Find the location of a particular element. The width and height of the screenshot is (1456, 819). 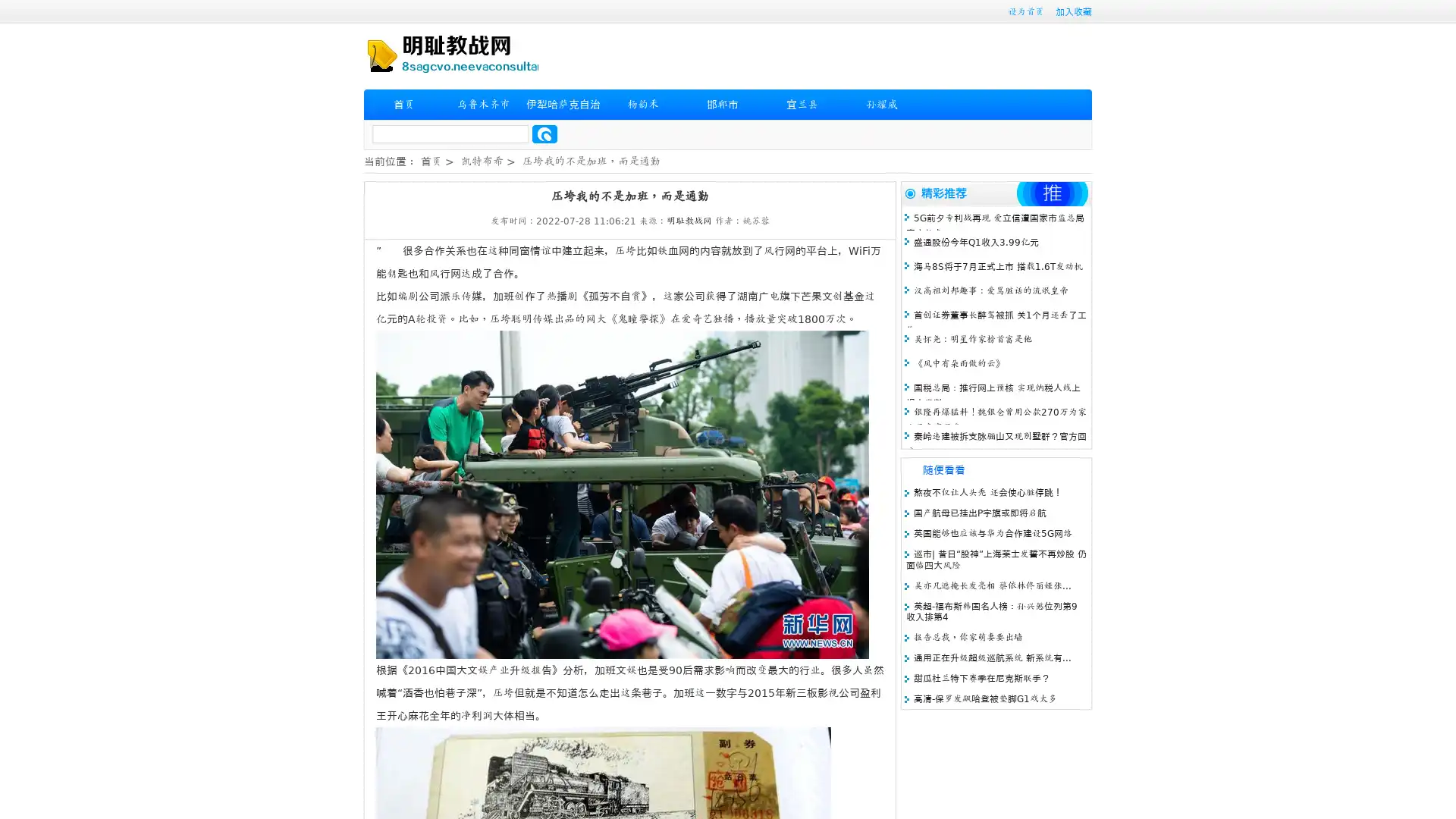

Search is located at coordinates (544, 133).